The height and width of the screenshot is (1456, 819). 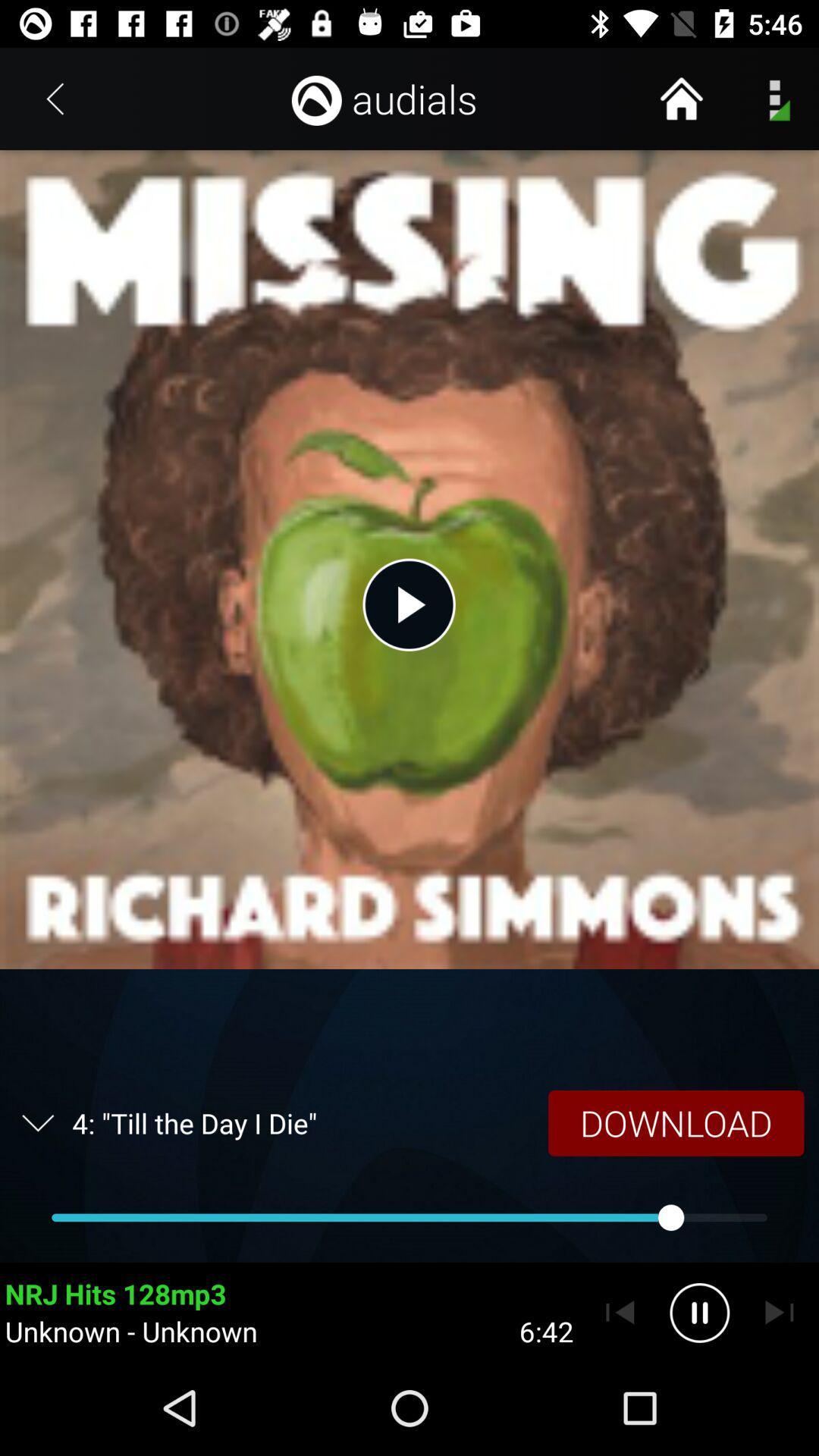 I want to click on pause the song, so click(x=699, y=1312).